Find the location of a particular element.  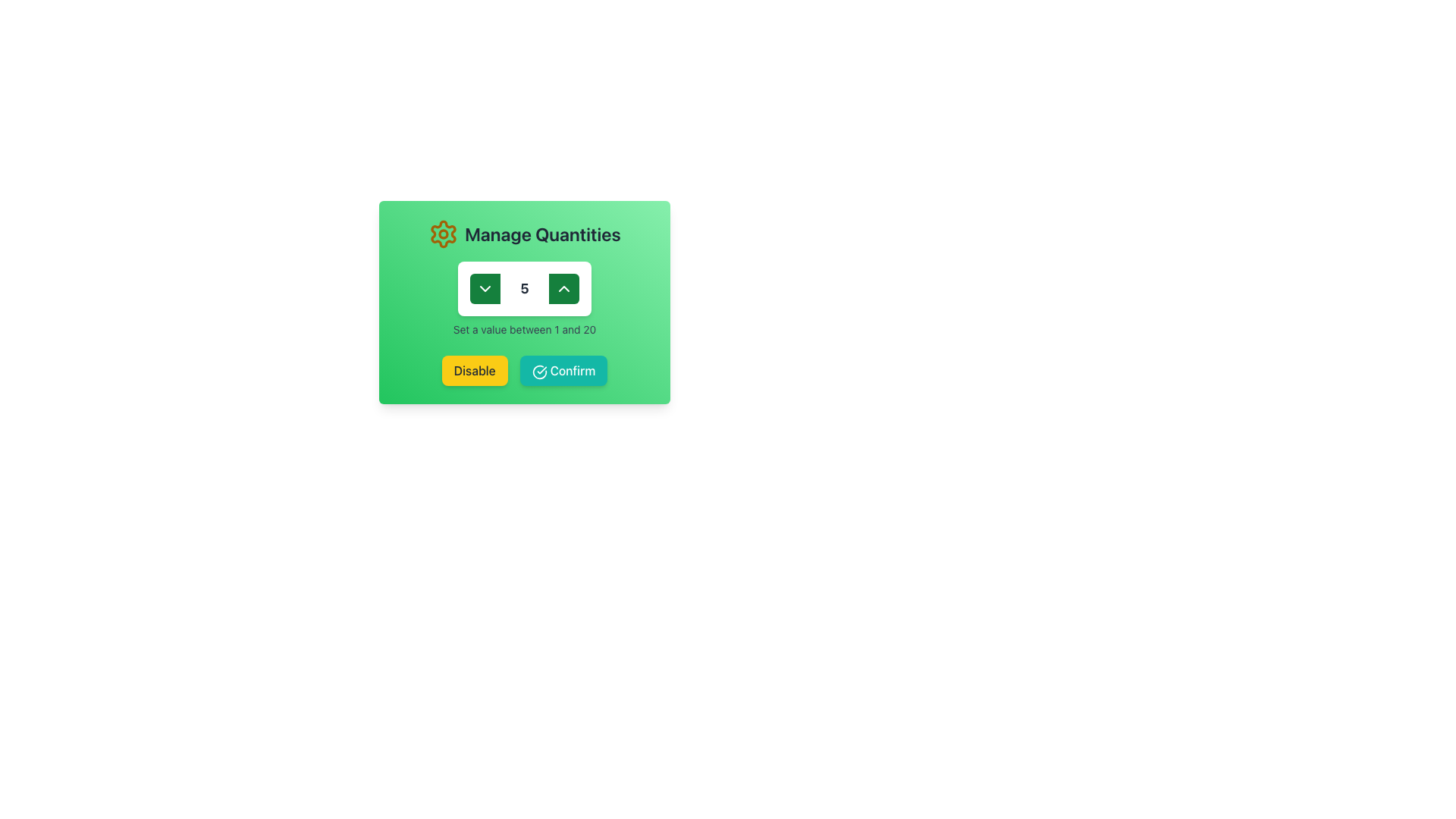

the text label providing instructions for the acceptable input range, located below the number input and above the 'Disable' and 'Confirm' action buttons is located at coordinates (524, 329).